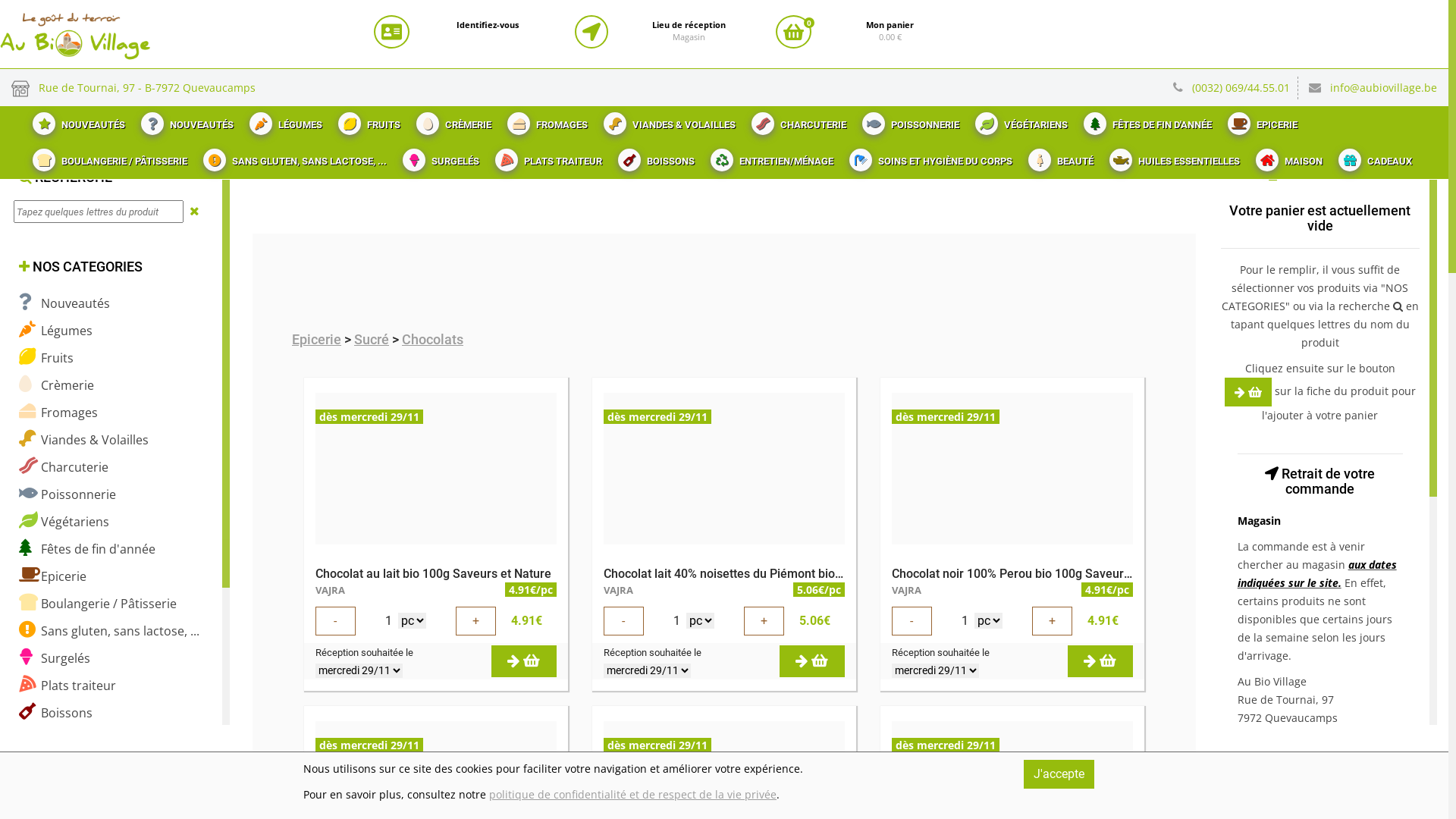 The width and height of the screenshot is (1456, 819). I want to click on 'MAISON', so click(1286, 157).